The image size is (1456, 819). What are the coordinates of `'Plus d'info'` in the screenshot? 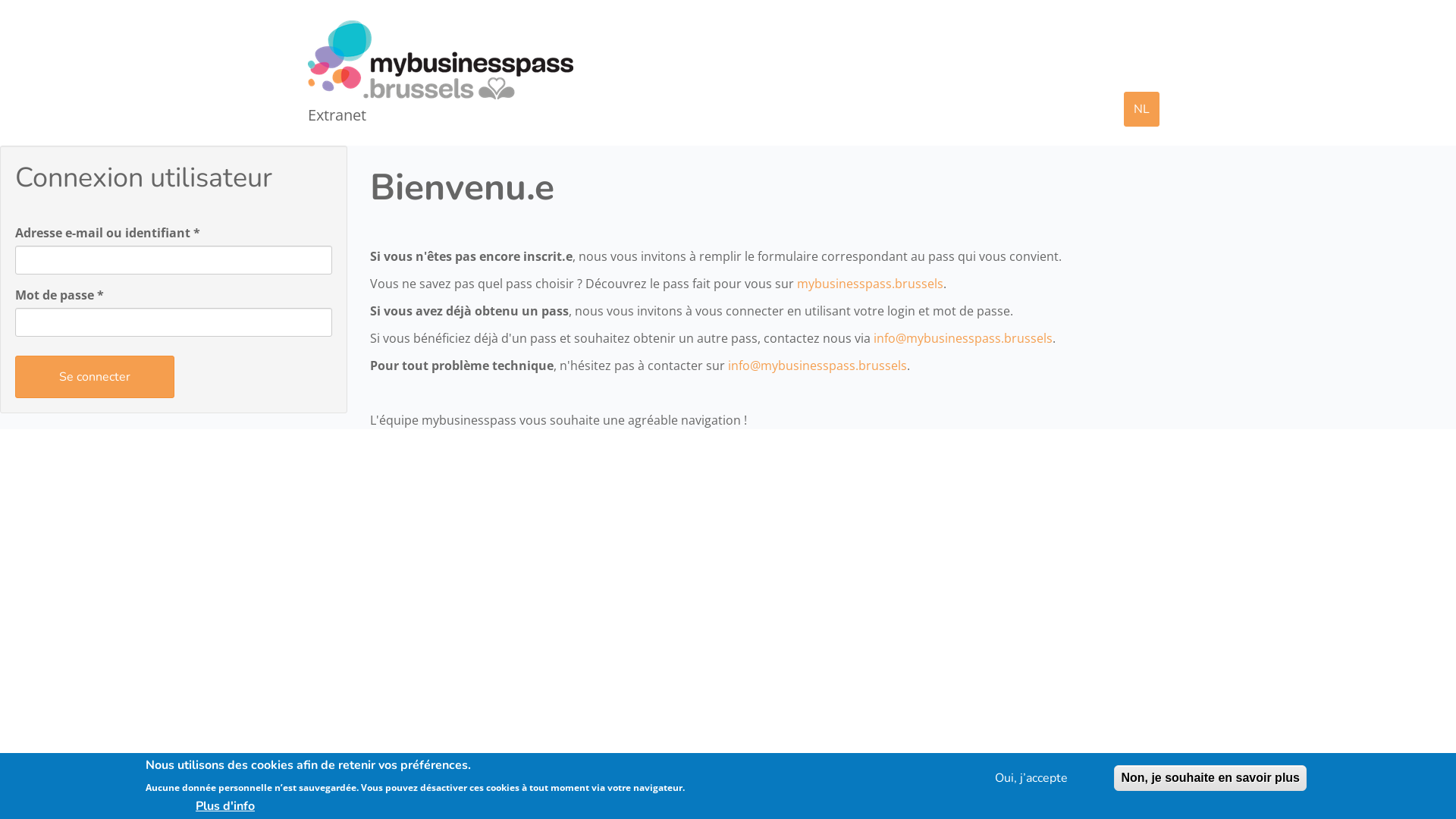 It's located at (146, 804).